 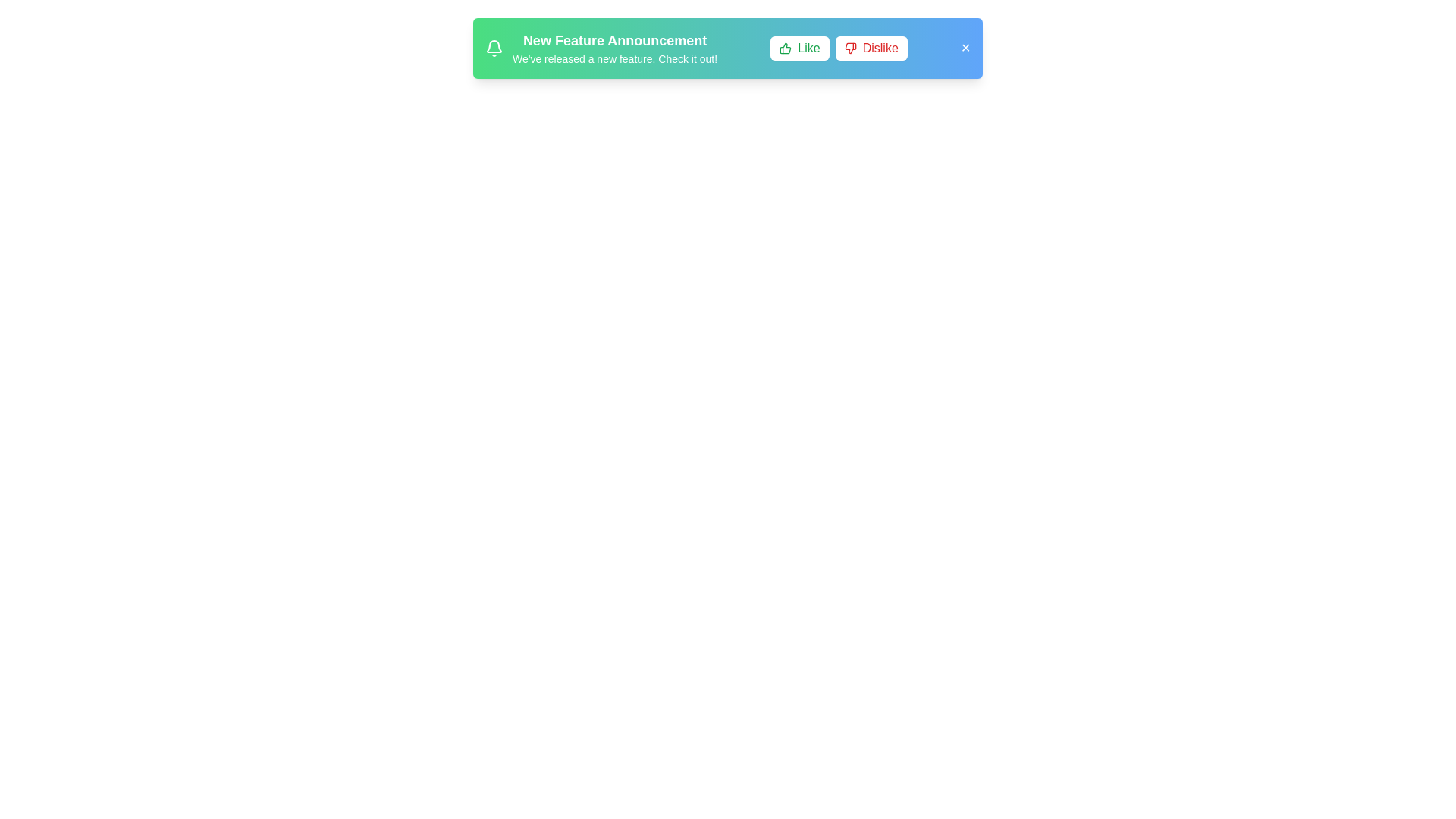 What do you see at coordinates (728, 48) in the screenshot?
I see `the notification bar to inspect its details` at bounding box center [728, 48].